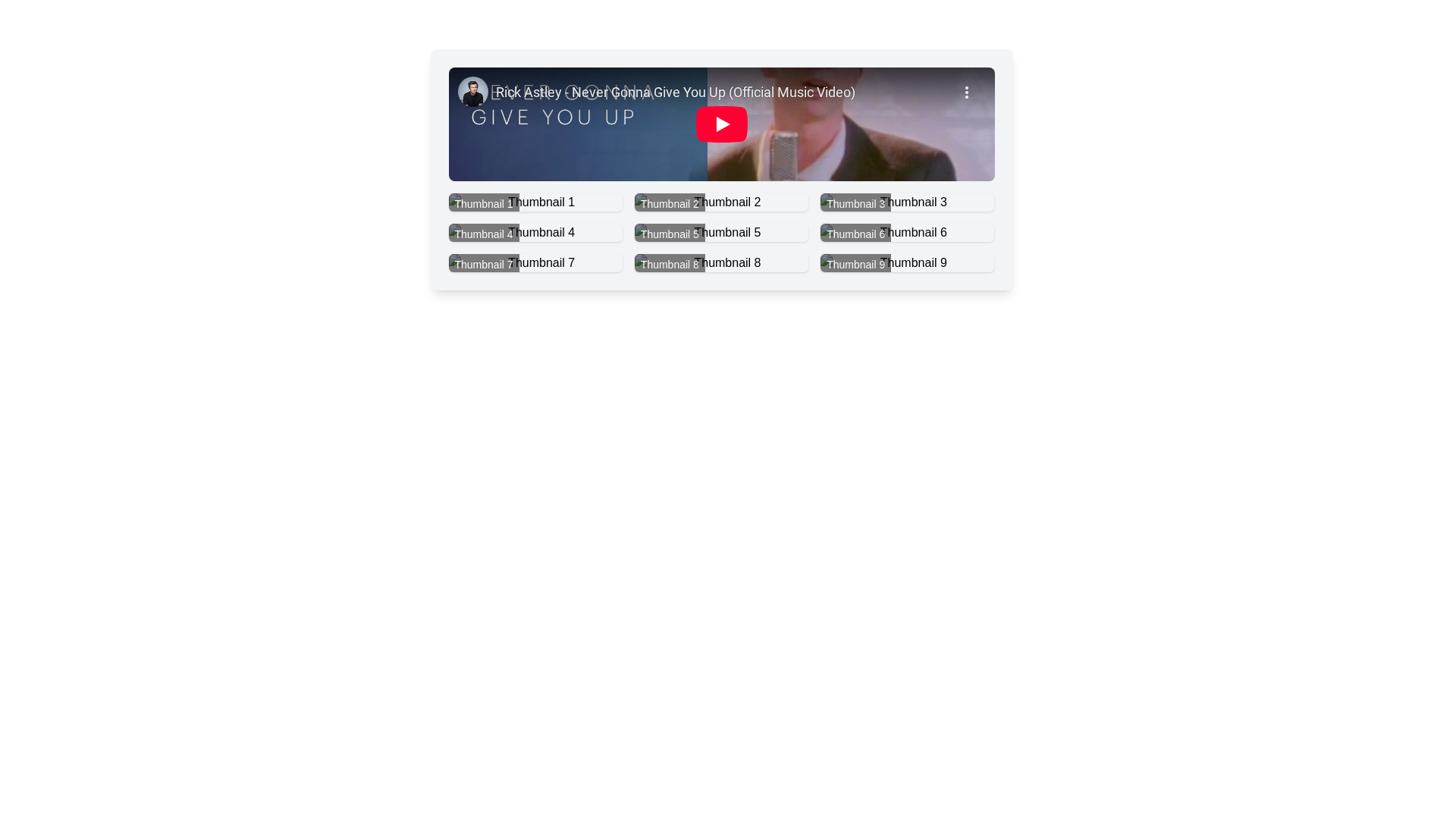  What do you see at coordinates (907, 262) in the screenshot?
I see `the thumbnail with the text overlay 'Thumbnail 9' located in the bottom right corner of the 3x3 grid` at bounding box center [907, 262].